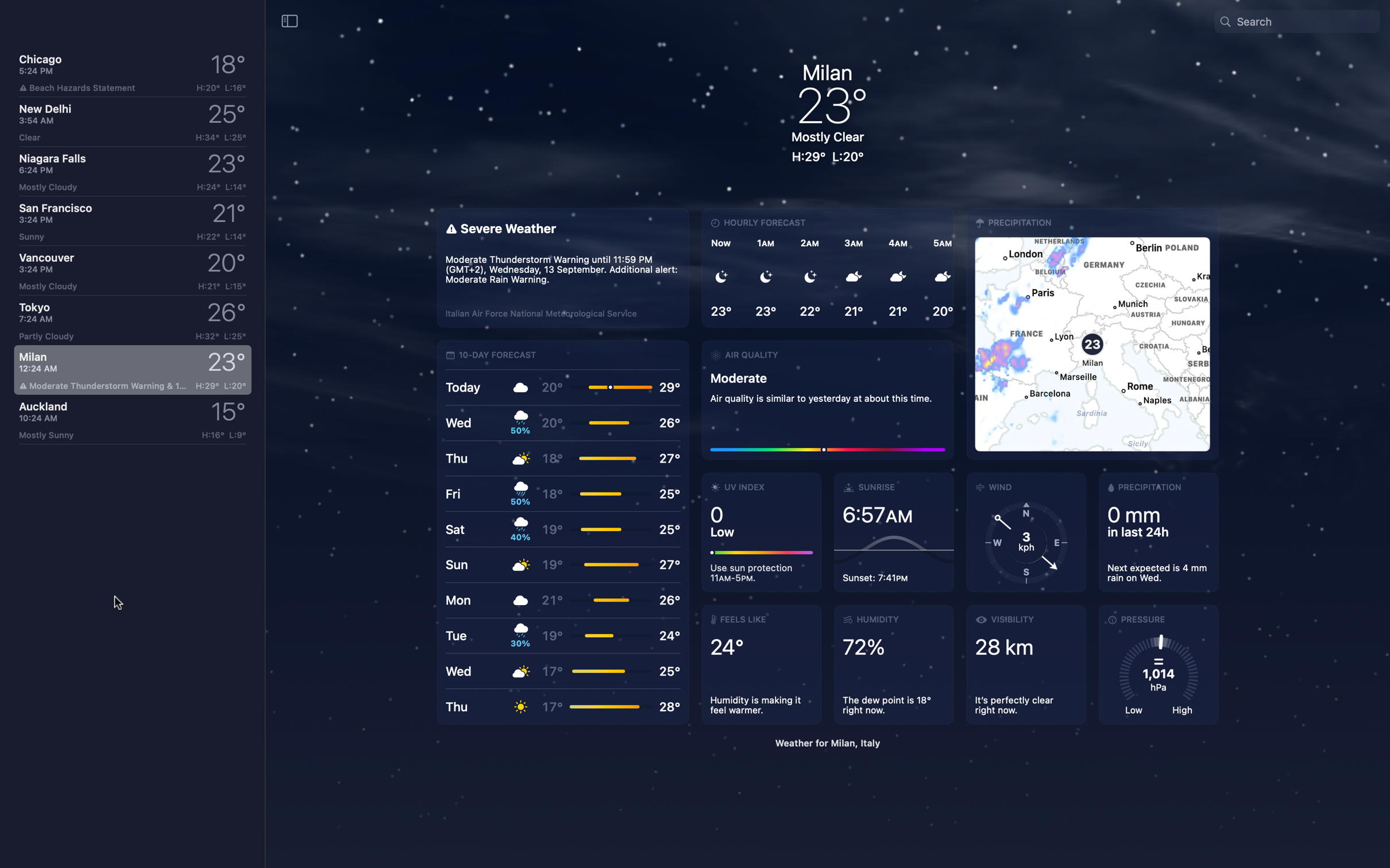 This screenshot has height=868, width=1390. Describe the element at coordinates (1305, 20) in the screenshot. I see `out the current temperature in "Paris France` at that location.